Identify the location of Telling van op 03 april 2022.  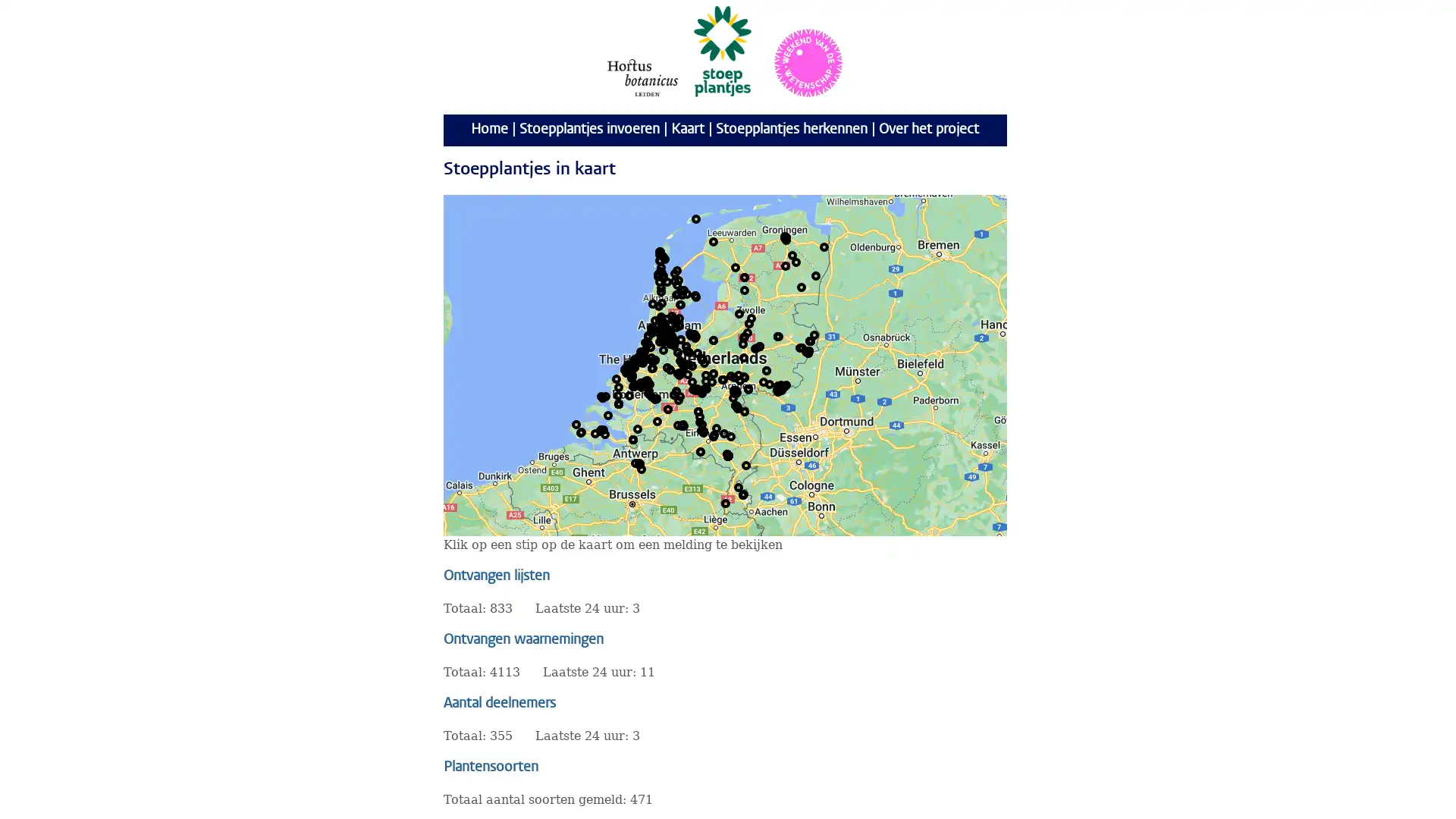
(679, 317).